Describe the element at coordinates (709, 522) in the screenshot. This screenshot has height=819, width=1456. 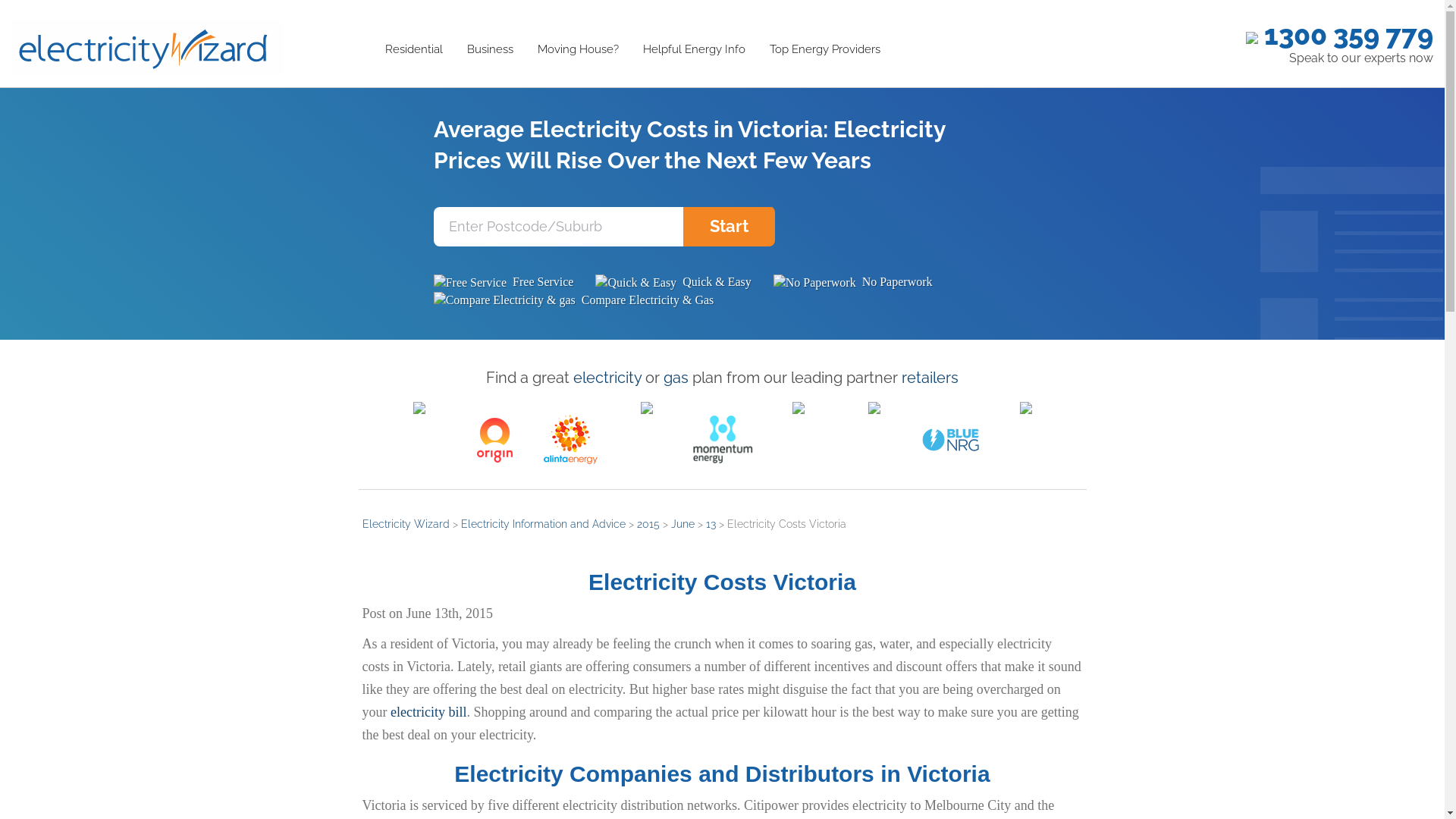
I see `'13'` at that location.